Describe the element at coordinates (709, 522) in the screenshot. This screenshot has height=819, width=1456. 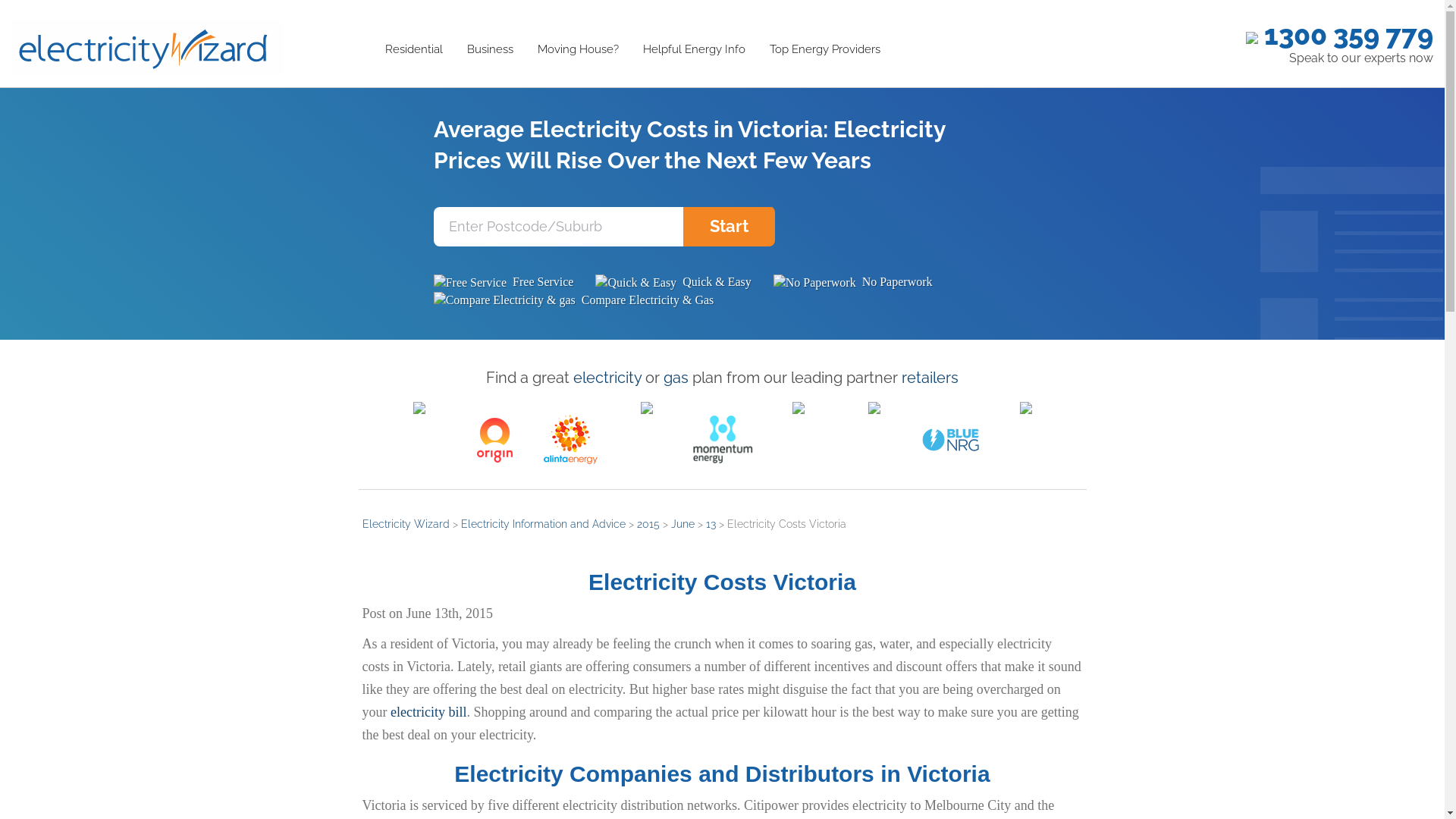
I see `'13'` at that location.